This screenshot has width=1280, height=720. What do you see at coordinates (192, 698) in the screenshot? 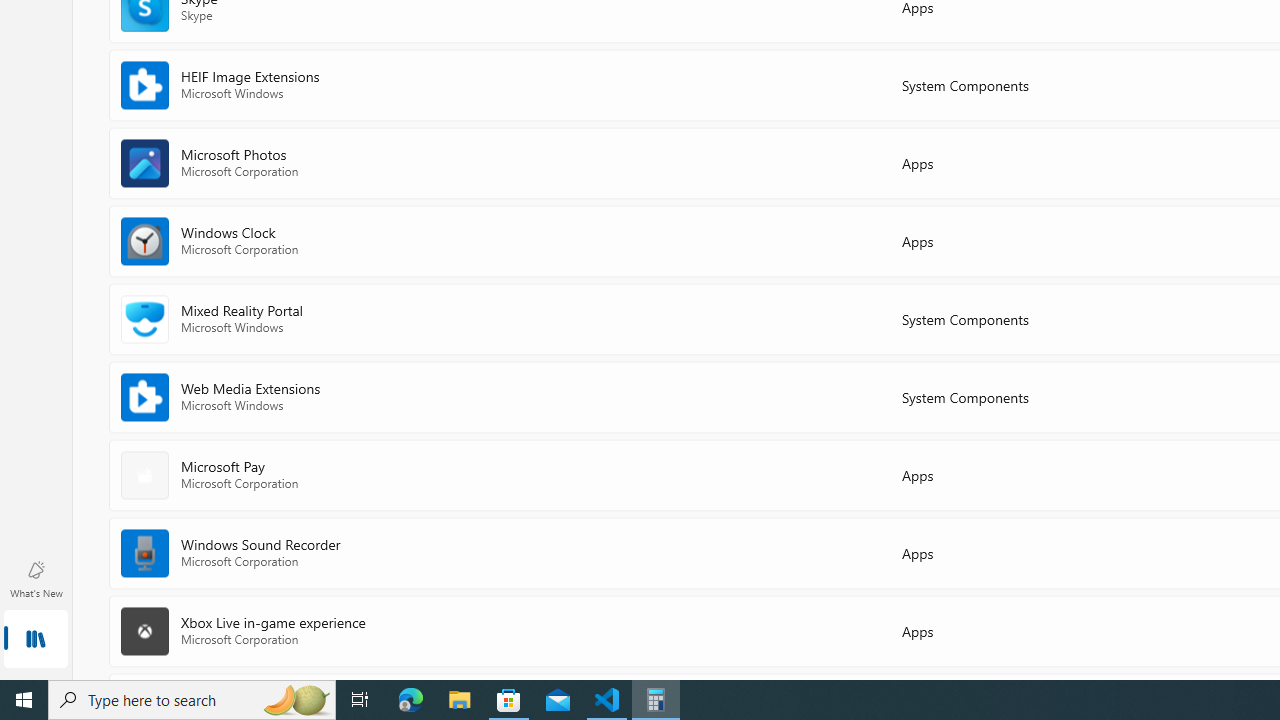
I see `'Type here to search'` at bounding box center [192, 698].